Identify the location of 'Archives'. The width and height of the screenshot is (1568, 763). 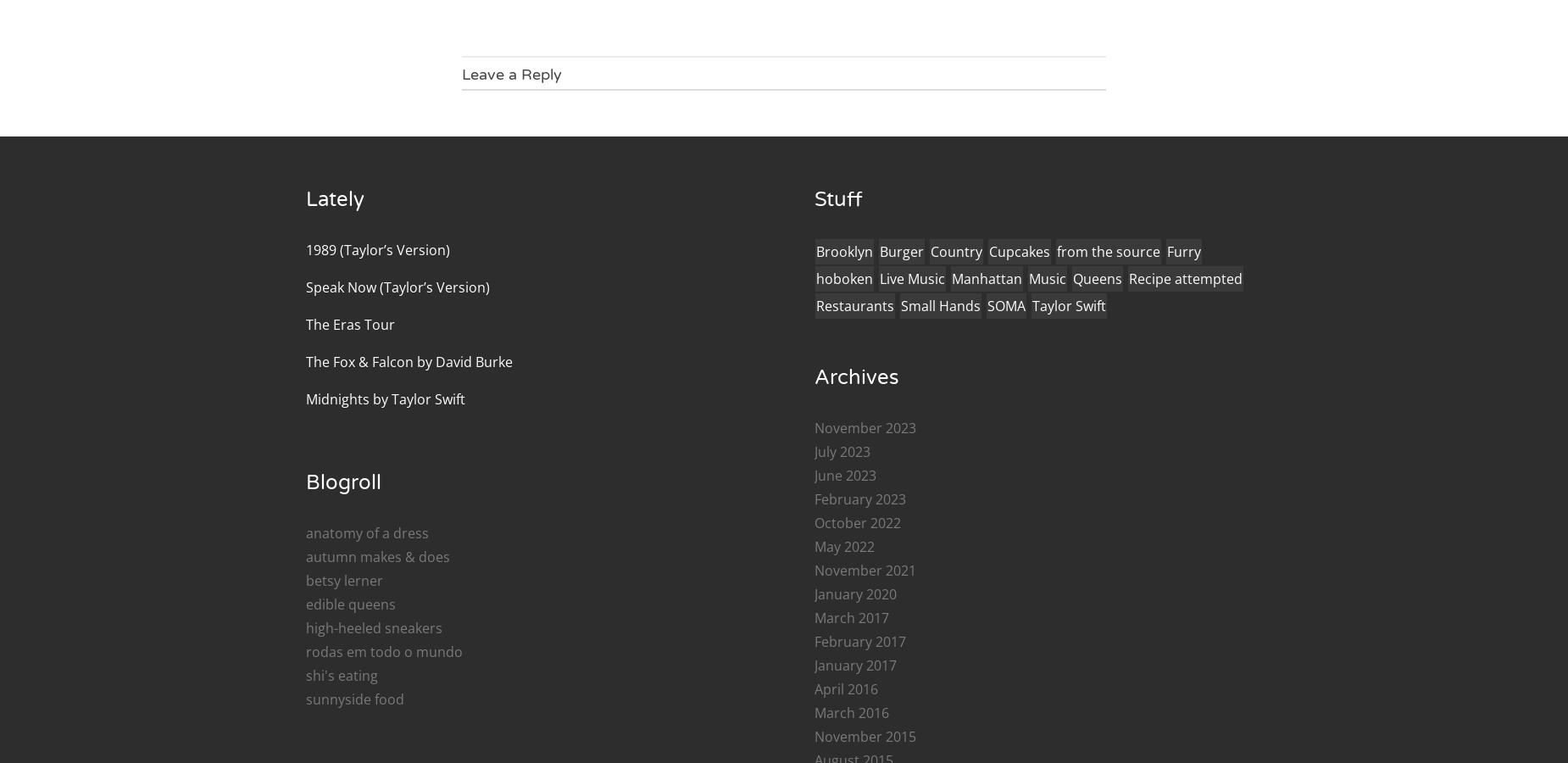
(856, 376).